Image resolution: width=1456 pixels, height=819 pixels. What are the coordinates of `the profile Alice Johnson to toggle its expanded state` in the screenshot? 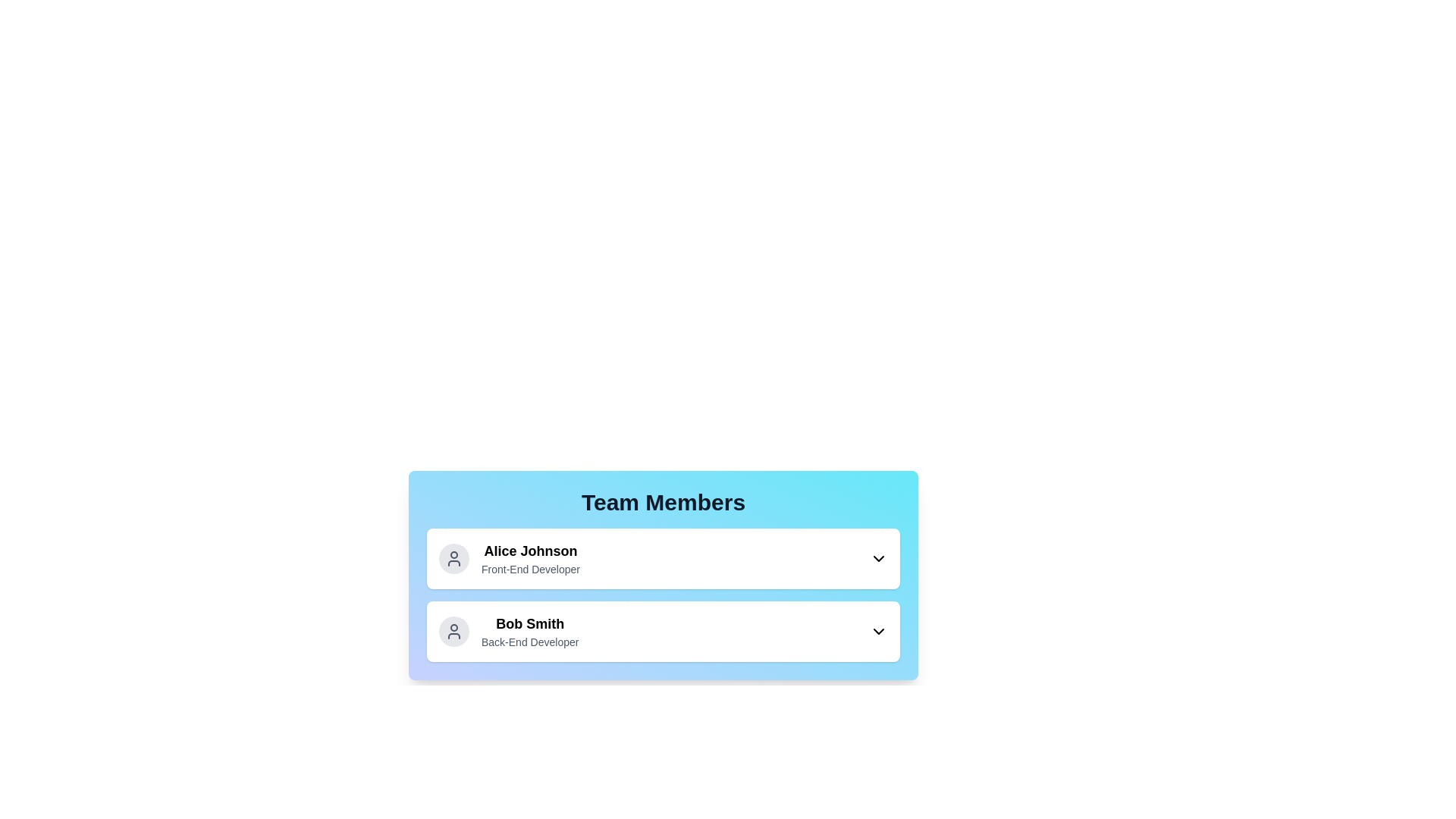 It's located at (663, 558).